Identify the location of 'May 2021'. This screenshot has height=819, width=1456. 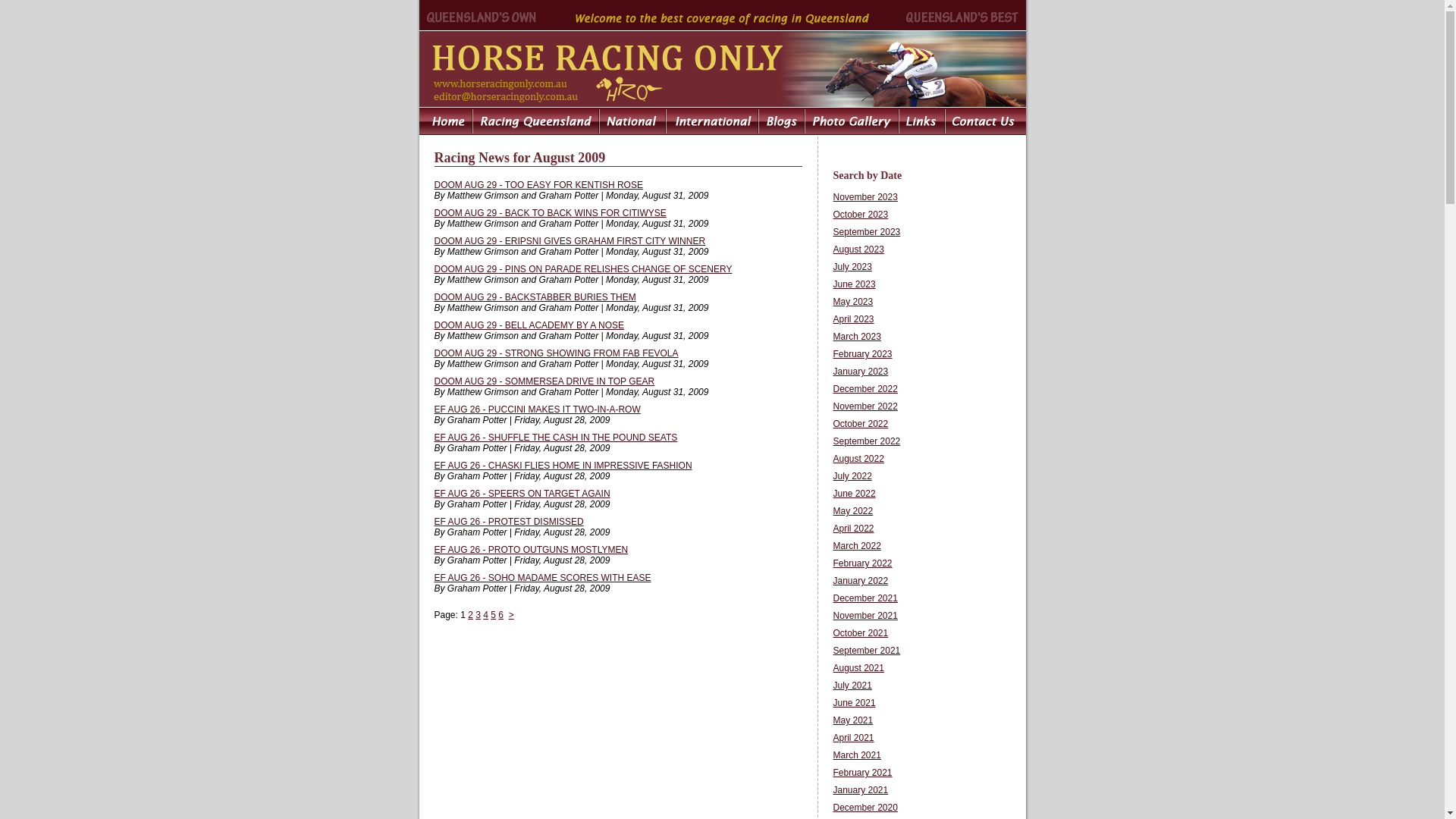
(852, 719).